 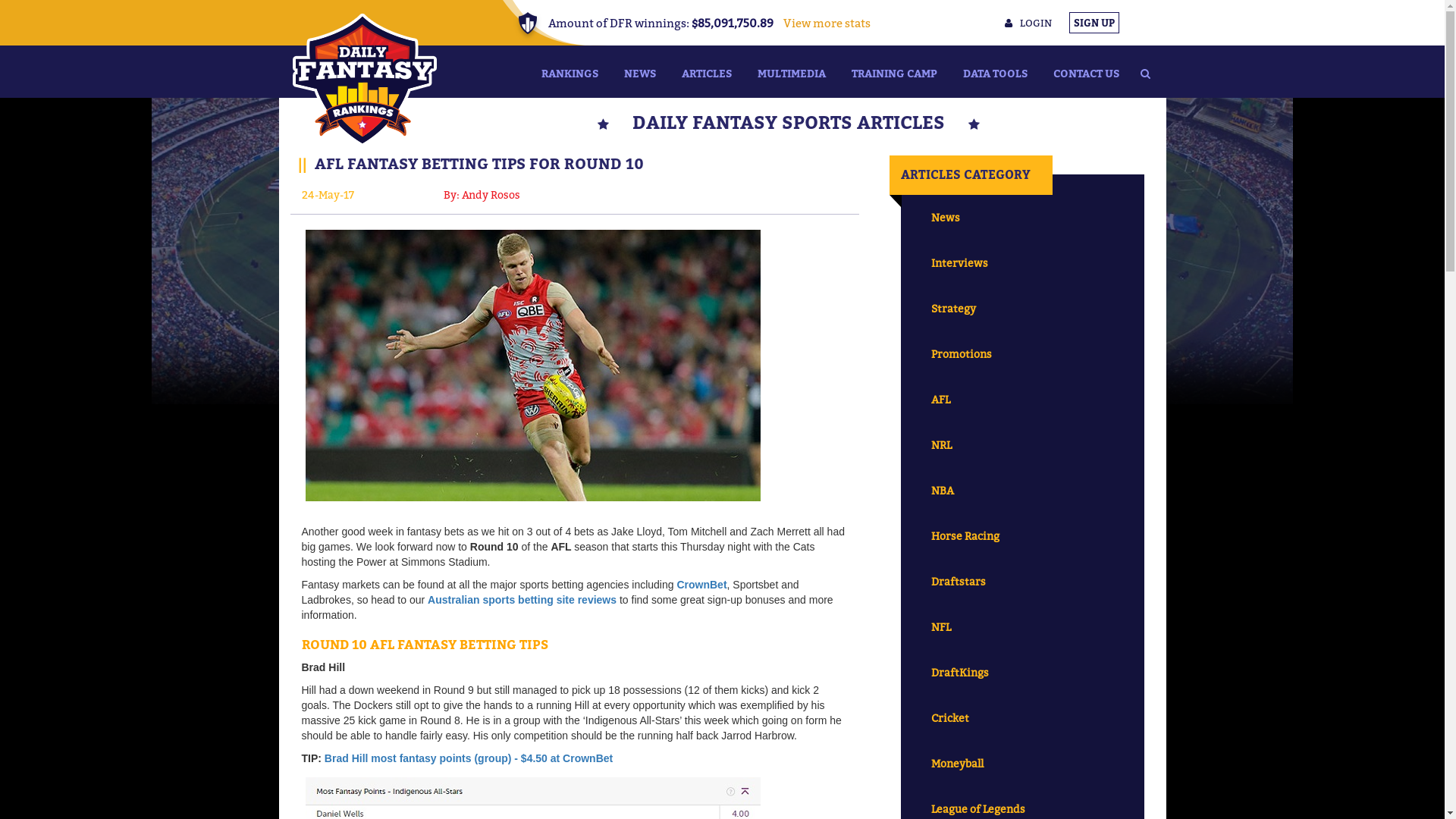 I want to click on 'RANKINGS', so click(x=568, y=71).